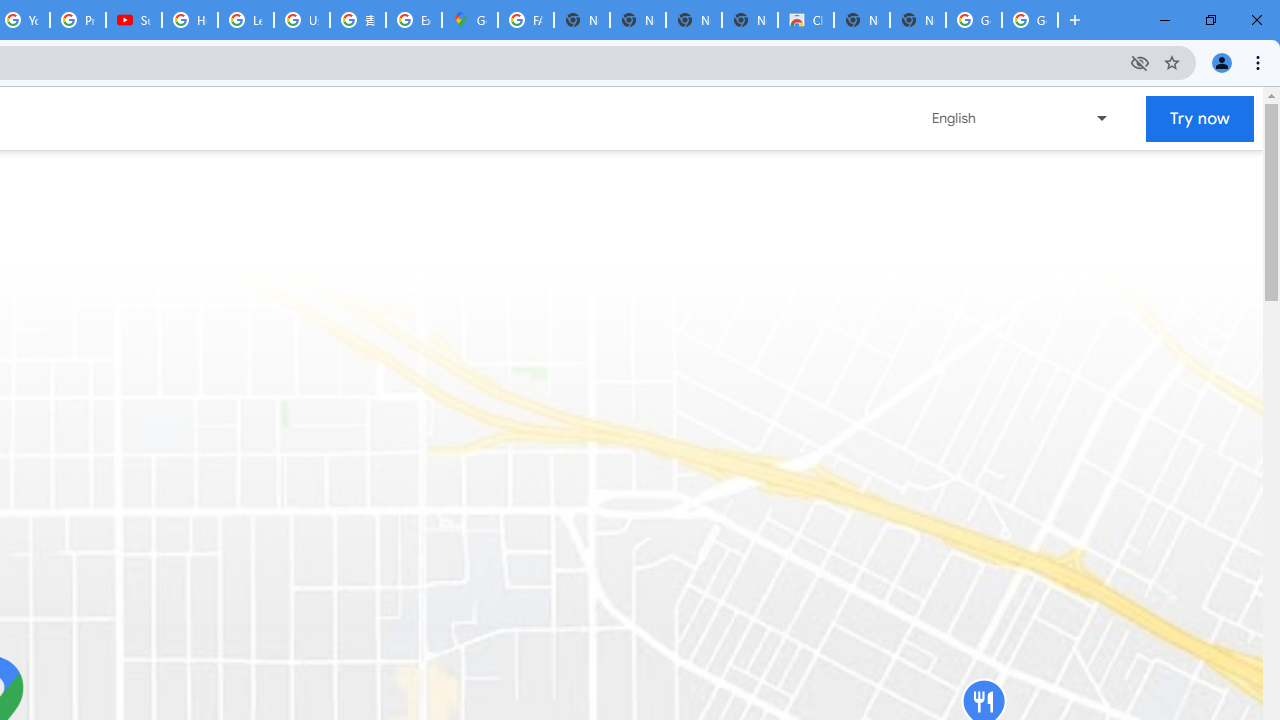  Describe the element at coordinates (468, 20) in the screenshot. I see `'Google Maps'` at that location.